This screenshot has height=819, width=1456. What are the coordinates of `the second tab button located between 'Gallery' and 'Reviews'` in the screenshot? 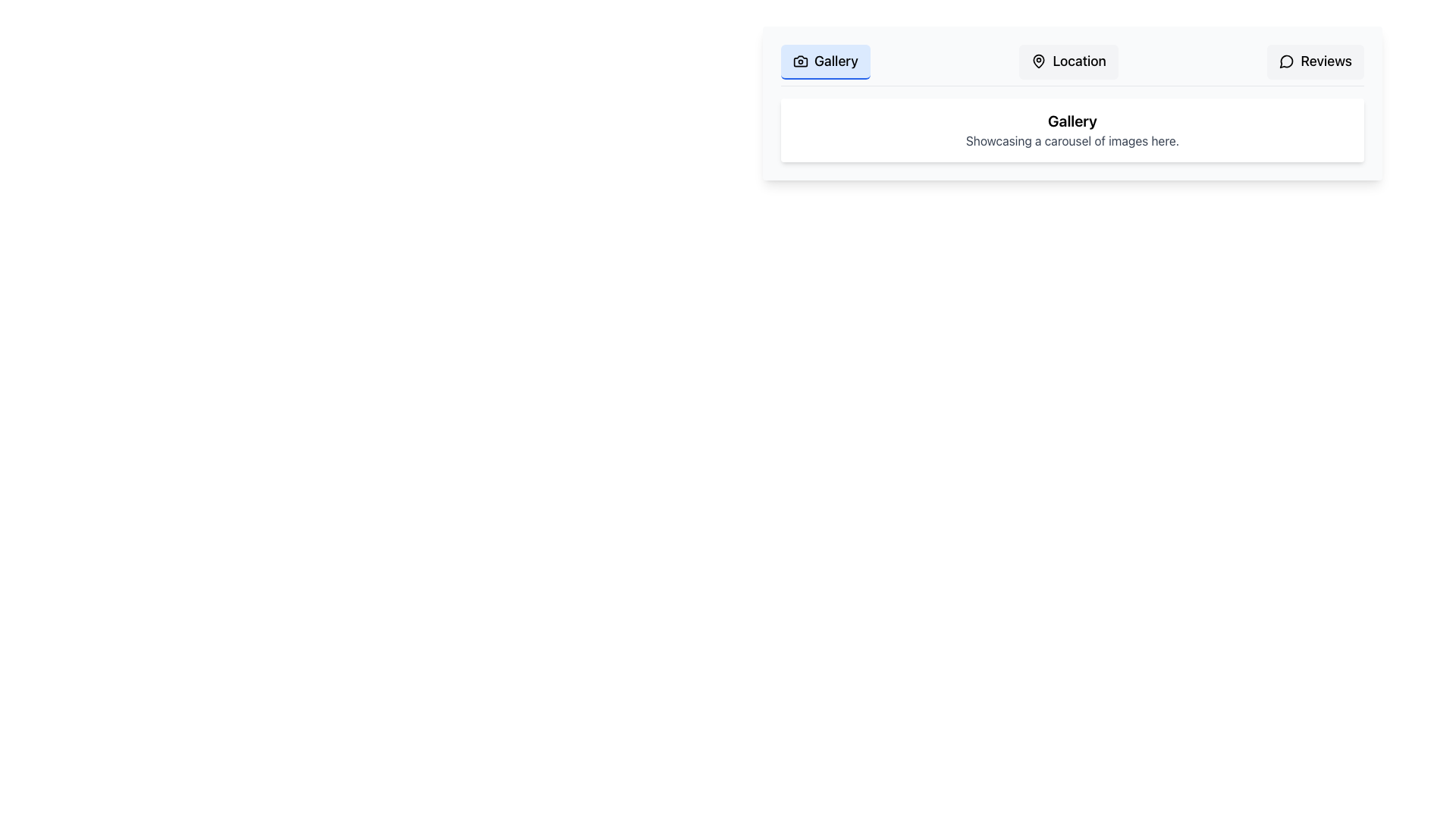 It's located at (1068, 61).